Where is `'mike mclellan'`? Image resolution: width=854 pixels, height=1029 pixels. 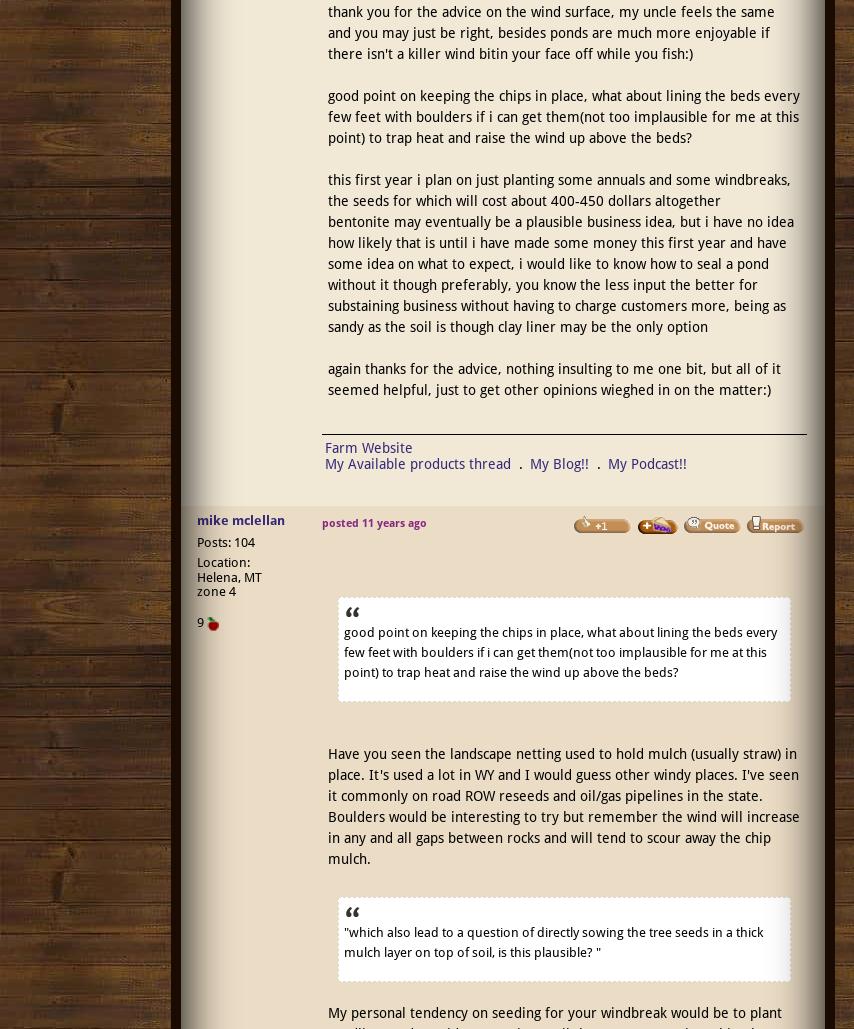
'mike mclellan' is located at coordinates (239, 519).